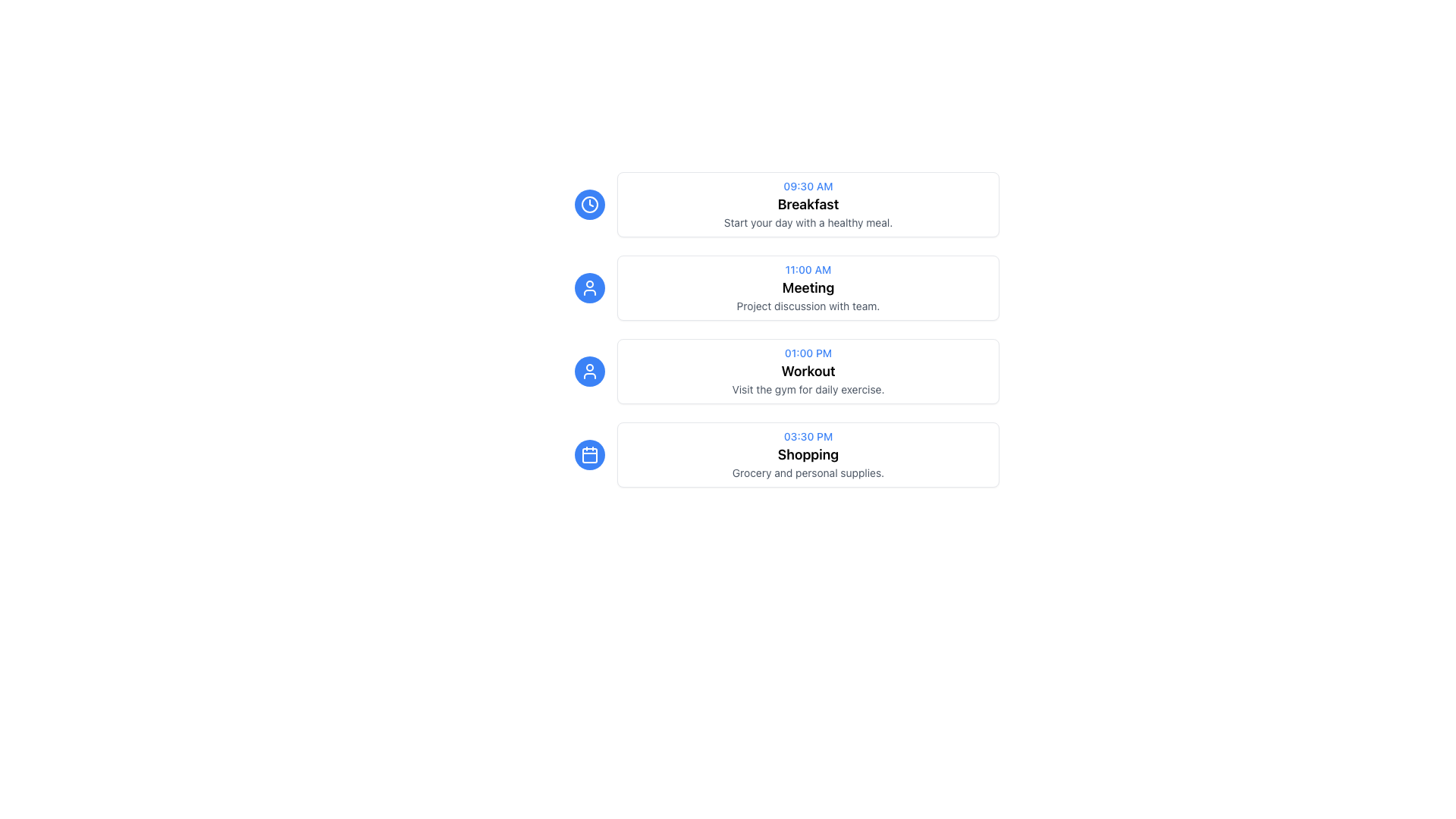 This screenshot has height=819, width=1456. What do you see at coordinates (588, 288) in the screenshot?
I see `the icon representing the user for the '11:00 AM Meeting'` at bounding box center [588, 288].